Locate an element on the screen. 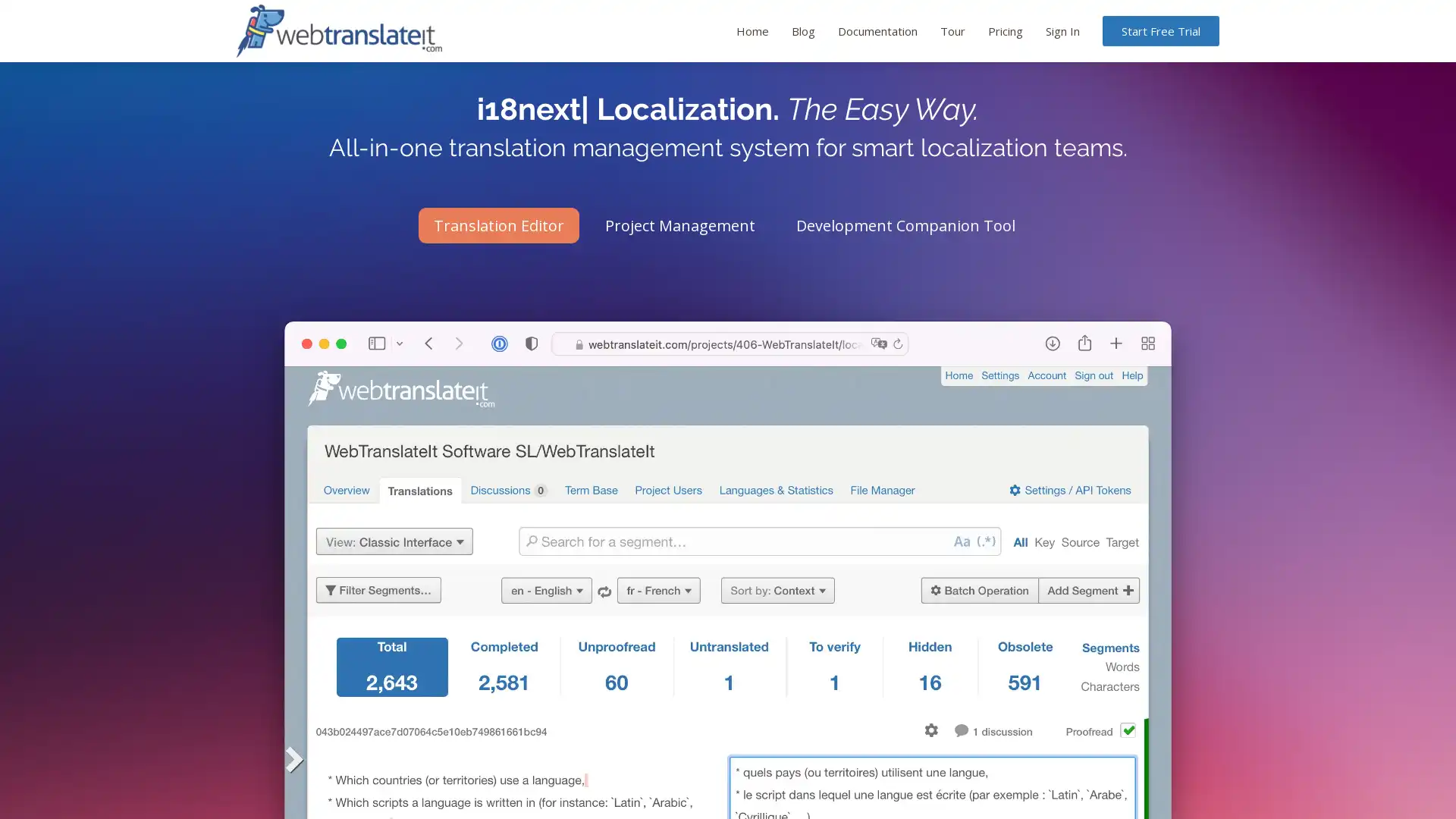 This screenshot has width=1456, height=819. learn more about cookies is located at coordinates (806, 791).